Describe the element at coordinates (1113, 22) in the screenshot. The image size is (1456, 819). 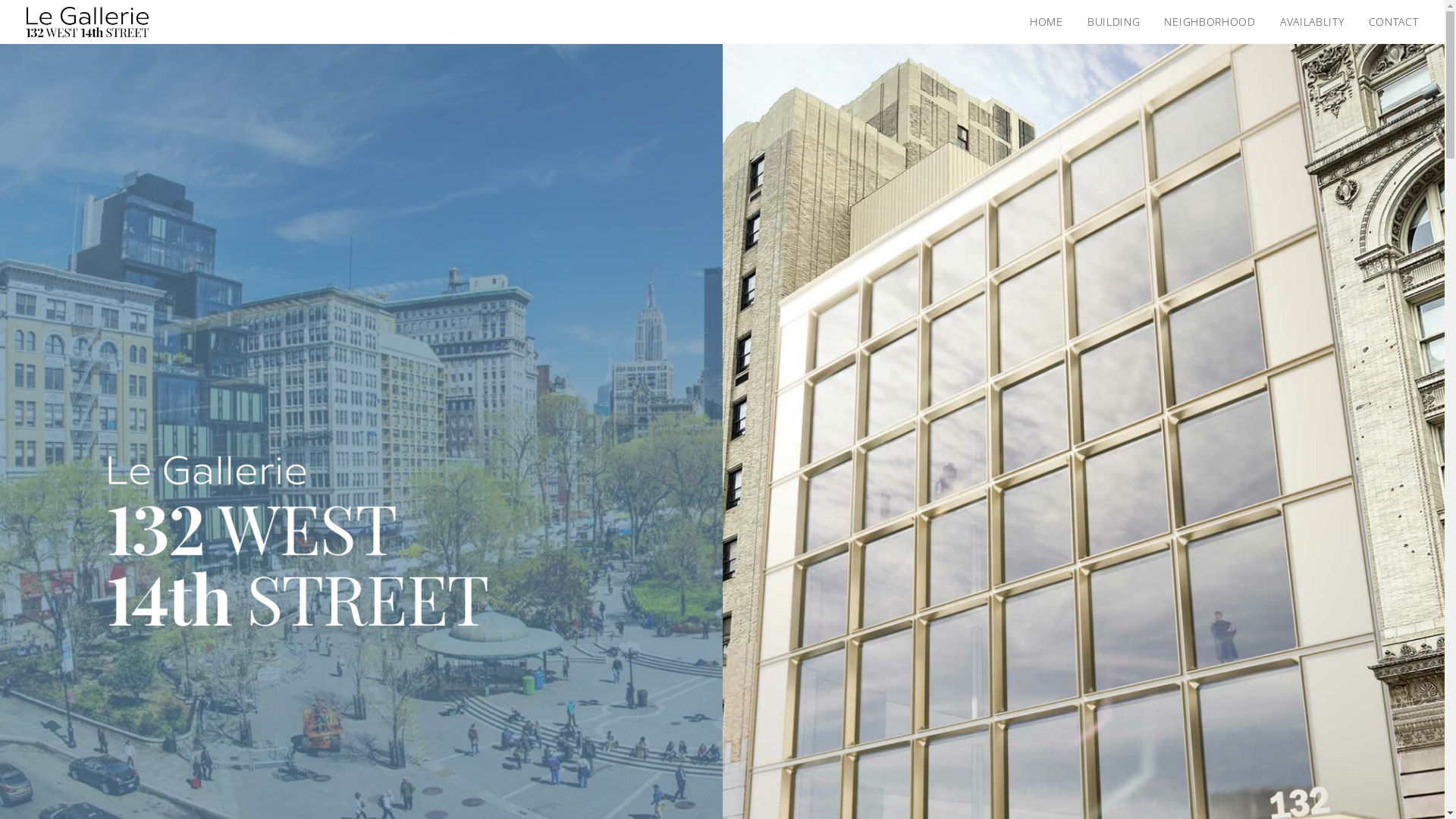
I see `'BUILDING'` at that location.